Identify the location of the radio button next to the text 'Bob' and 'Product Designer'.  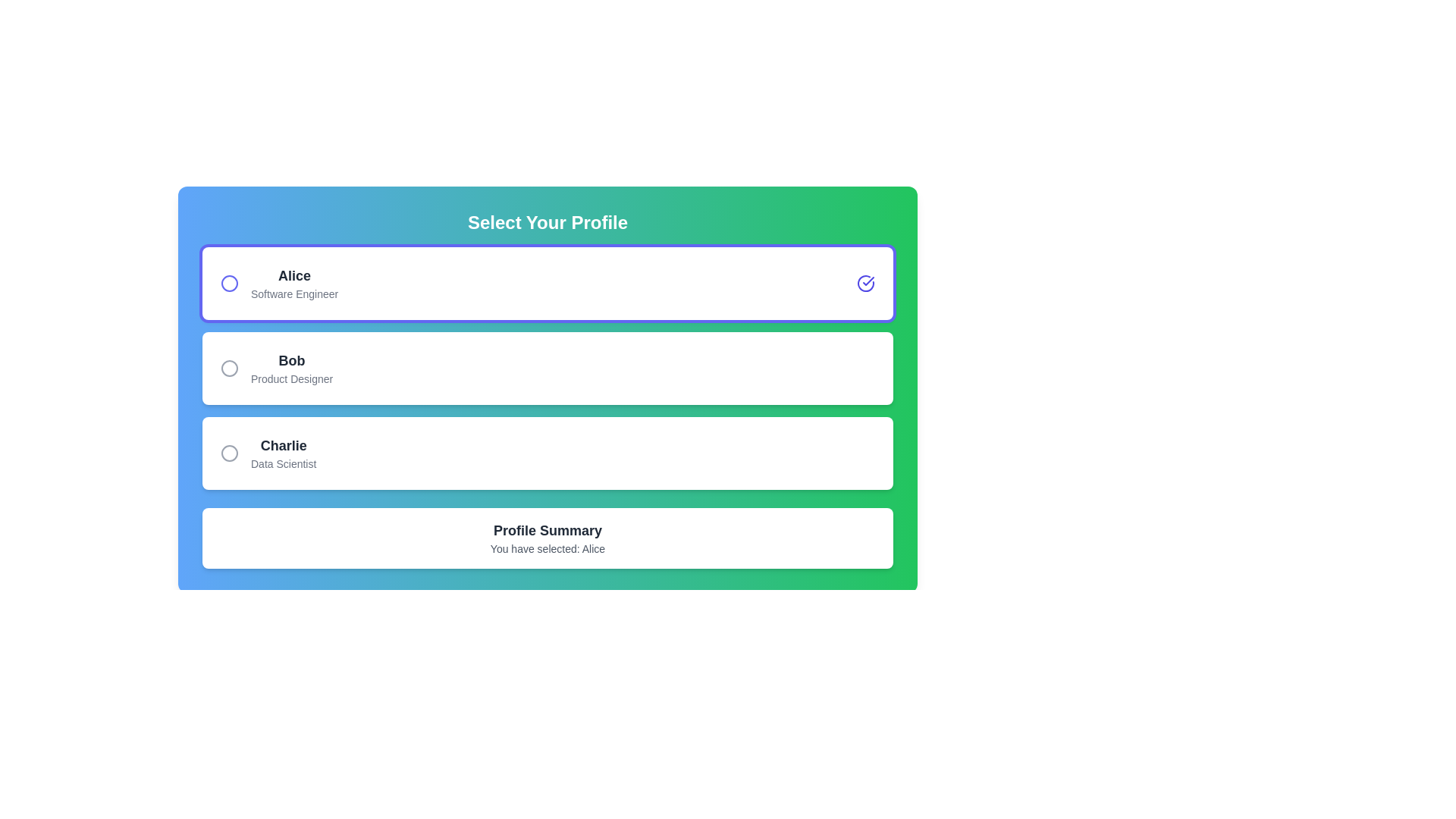
(228, 369).